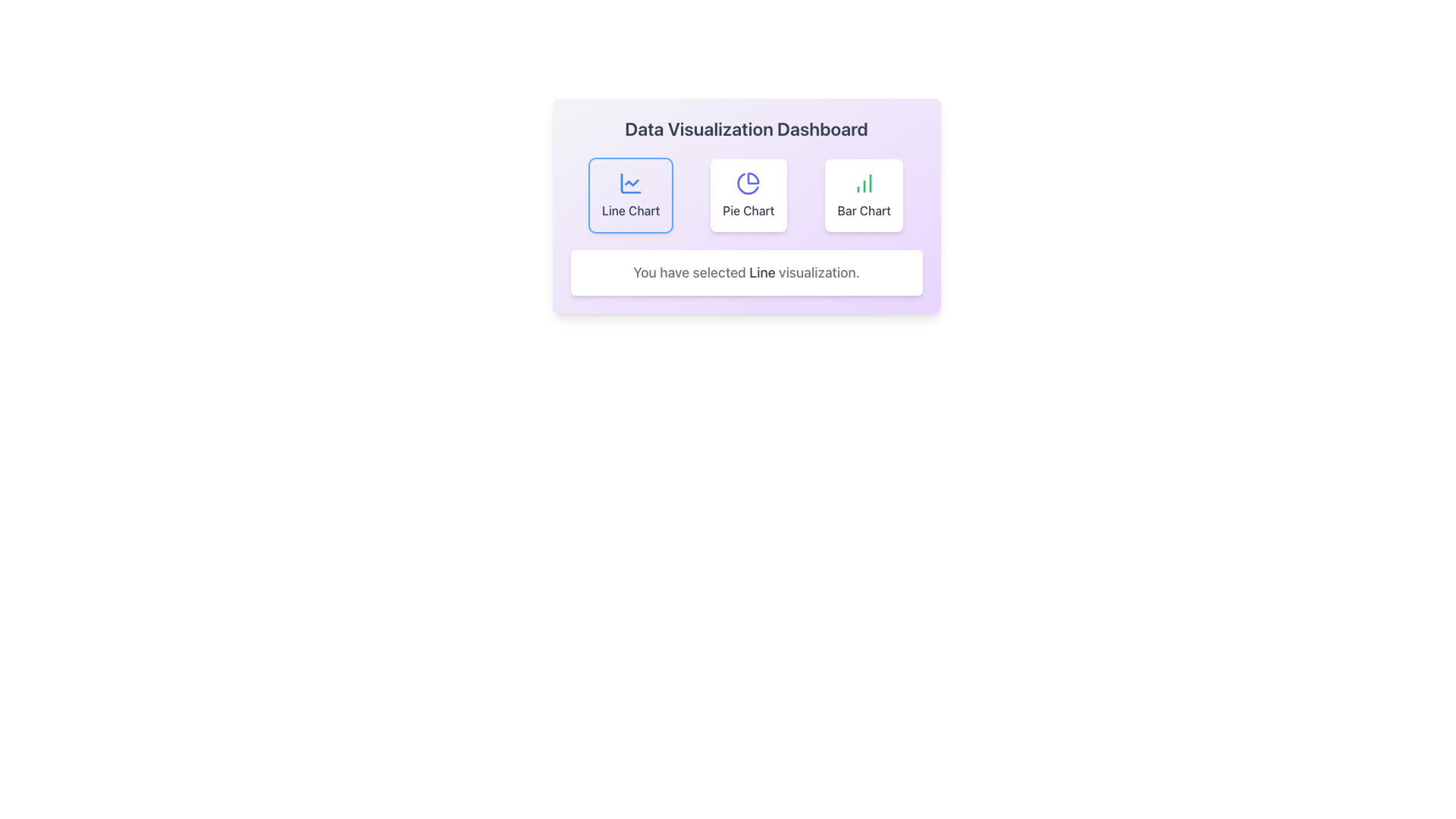  I want to click on the small blue line chart icon inside the 'Line Chart' button, which is the leftmost button in a row of three buttons labeled 'Line Chart,' 'Pie Chart,' and 'Bar Chart.', so click(632, 182).